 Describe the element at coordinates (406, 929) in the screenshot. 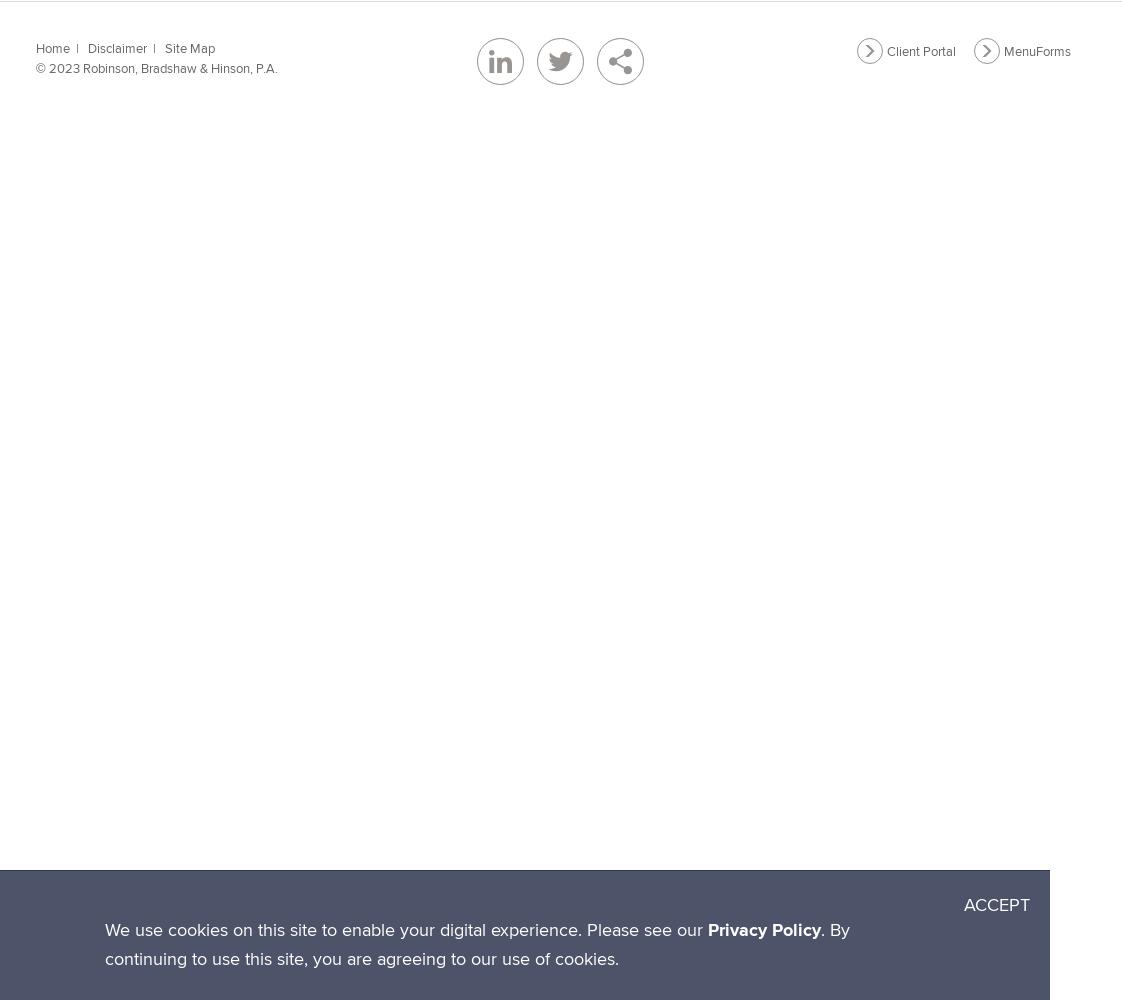

I see `'We use cookies on this site to enable your digital experience. Please see our'` at that location.